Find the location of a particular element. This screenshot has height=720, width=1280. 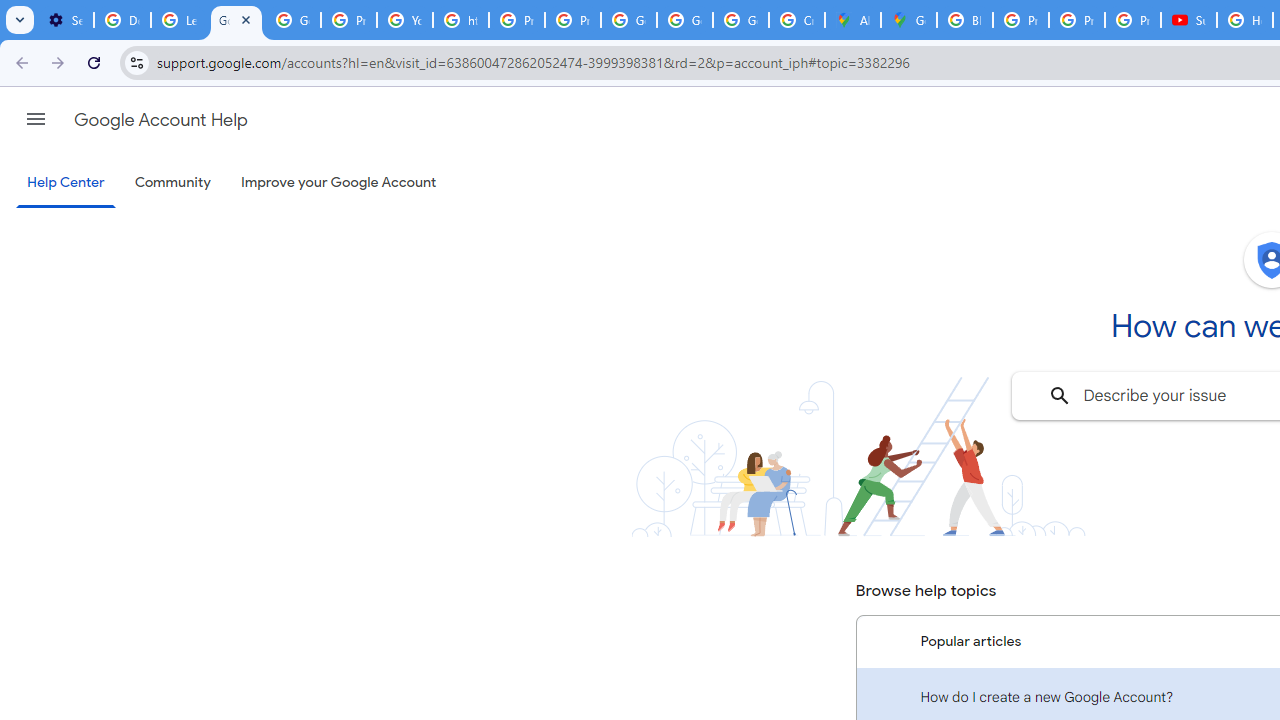

'Google Maps' is located at coordinates (907, 20).